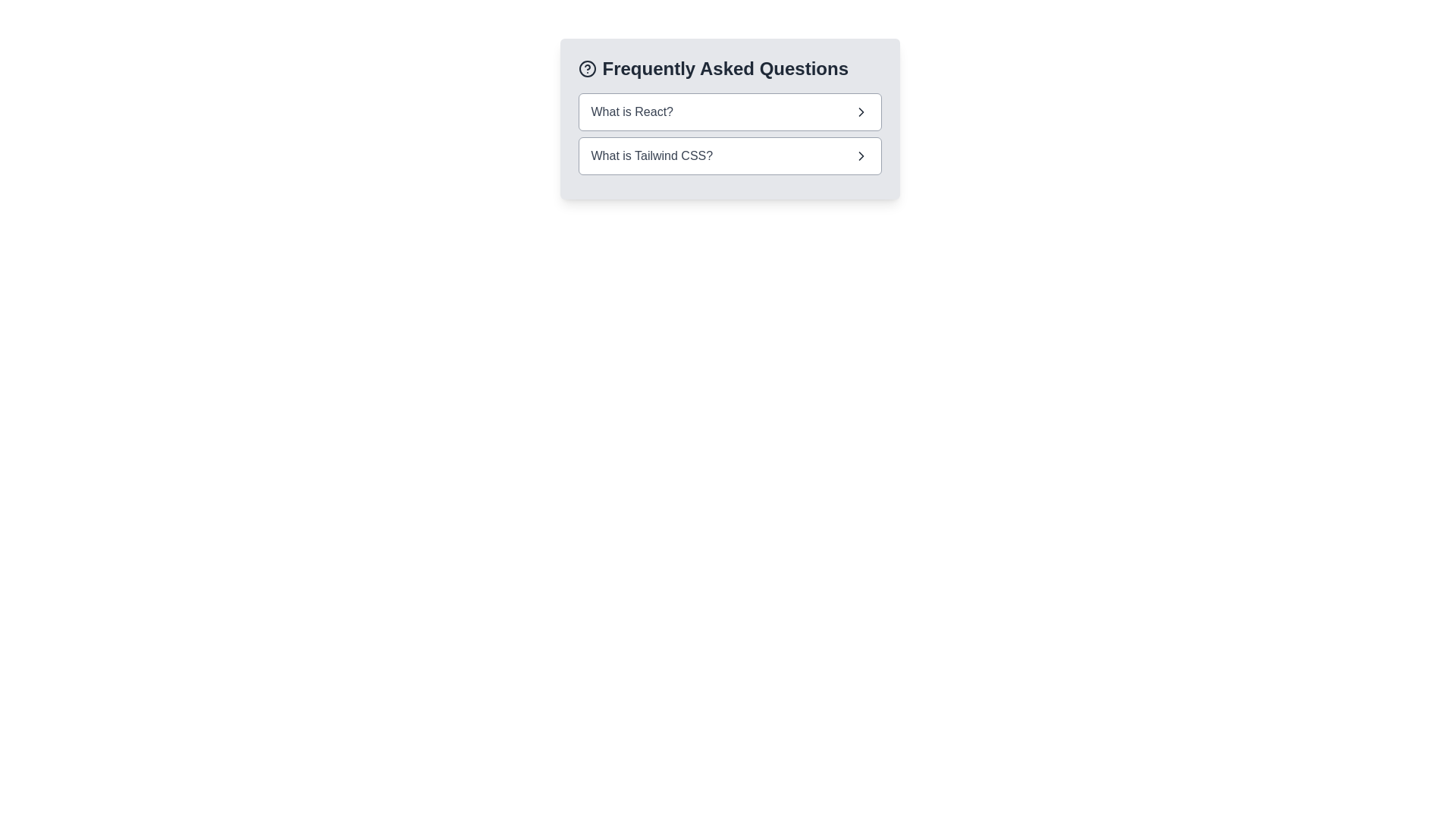 The height and width of the screenshot is (819, 1456). I want to click on the 'What is React?' button located in the FAQ panel, so click(730, 118).